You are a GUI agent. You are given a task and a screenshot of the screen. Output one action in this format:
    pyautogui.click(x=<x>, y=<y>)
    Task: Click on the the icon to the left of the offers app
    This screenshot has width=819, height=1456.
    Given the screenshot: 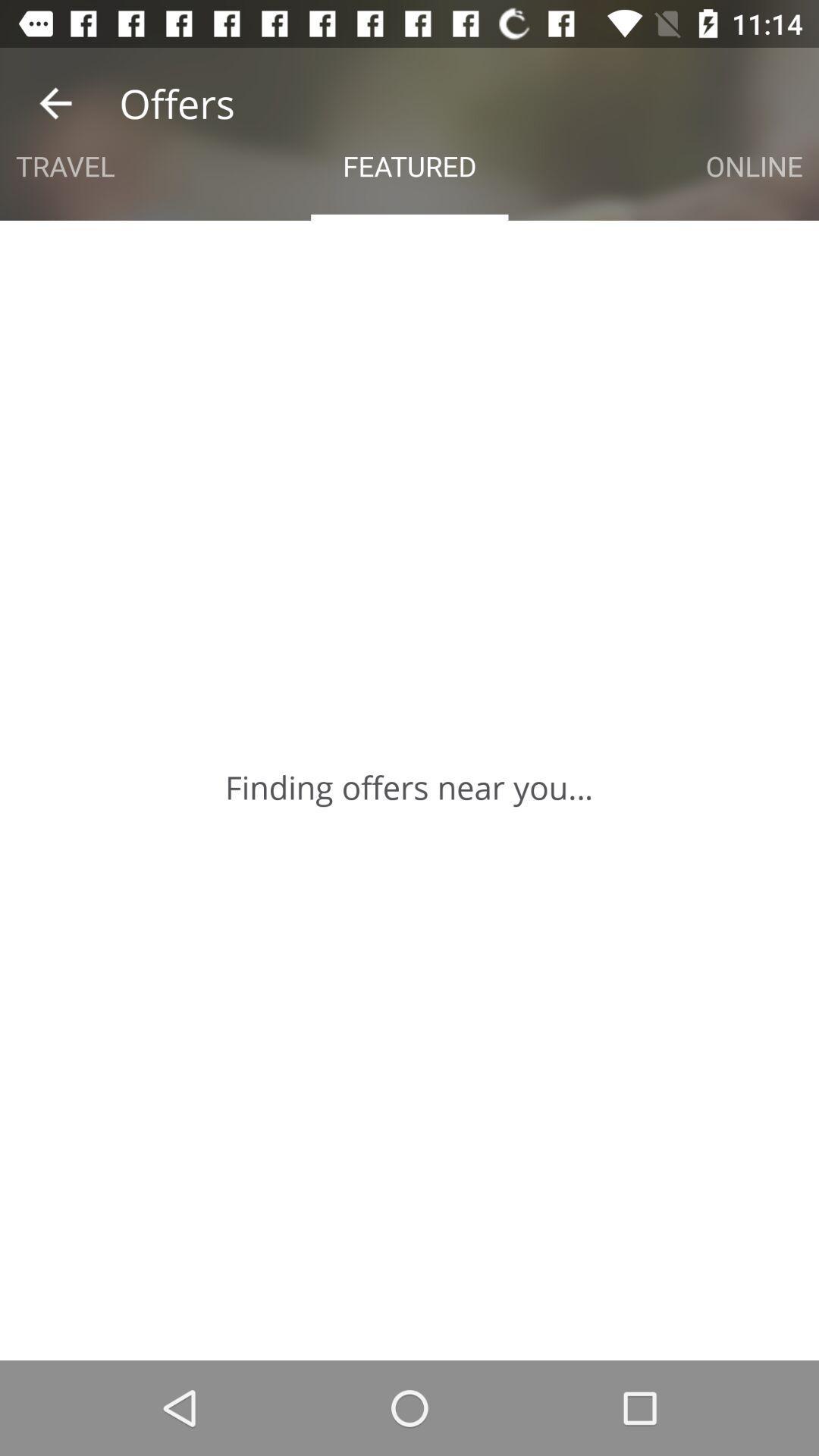 What is the action you would take?
    pyautogui.click(x=55, y=102)
    